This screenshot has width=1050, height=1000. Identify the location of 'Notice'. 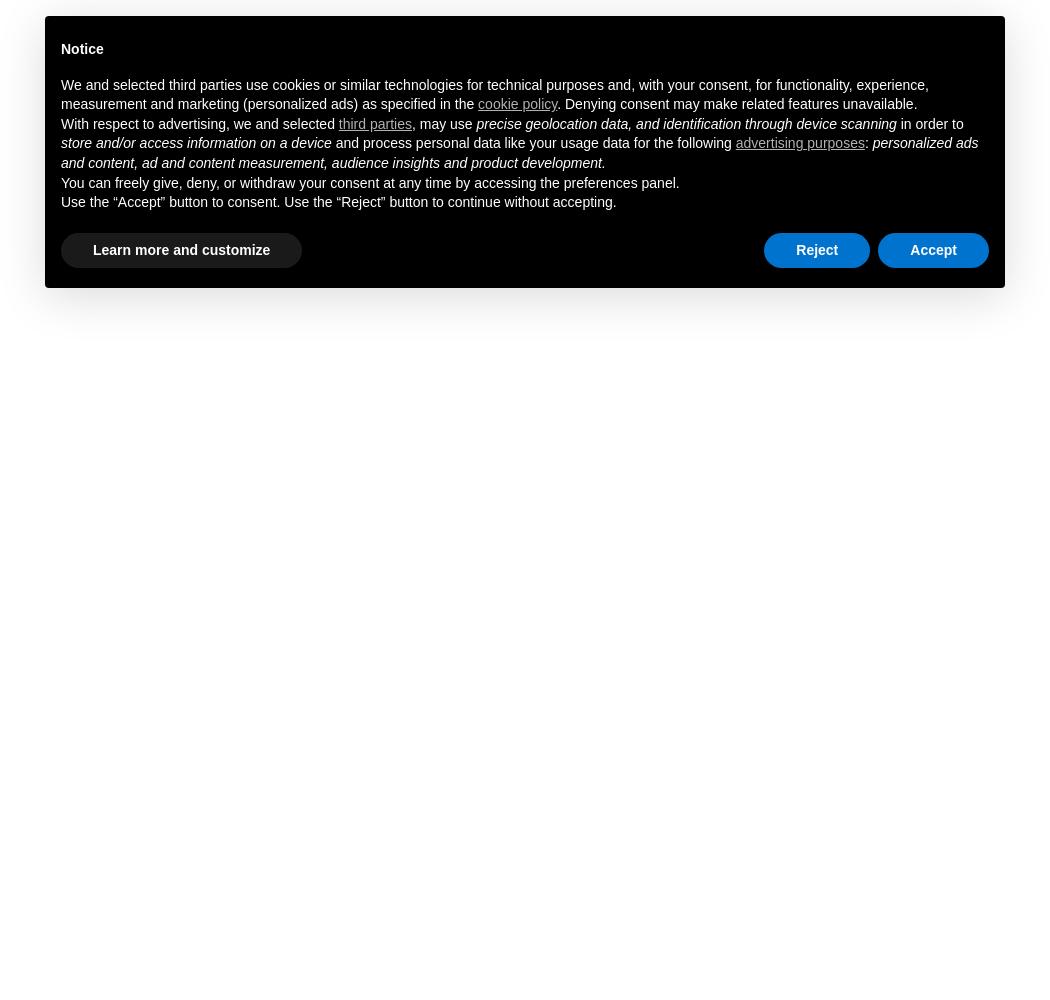
(82, 49).